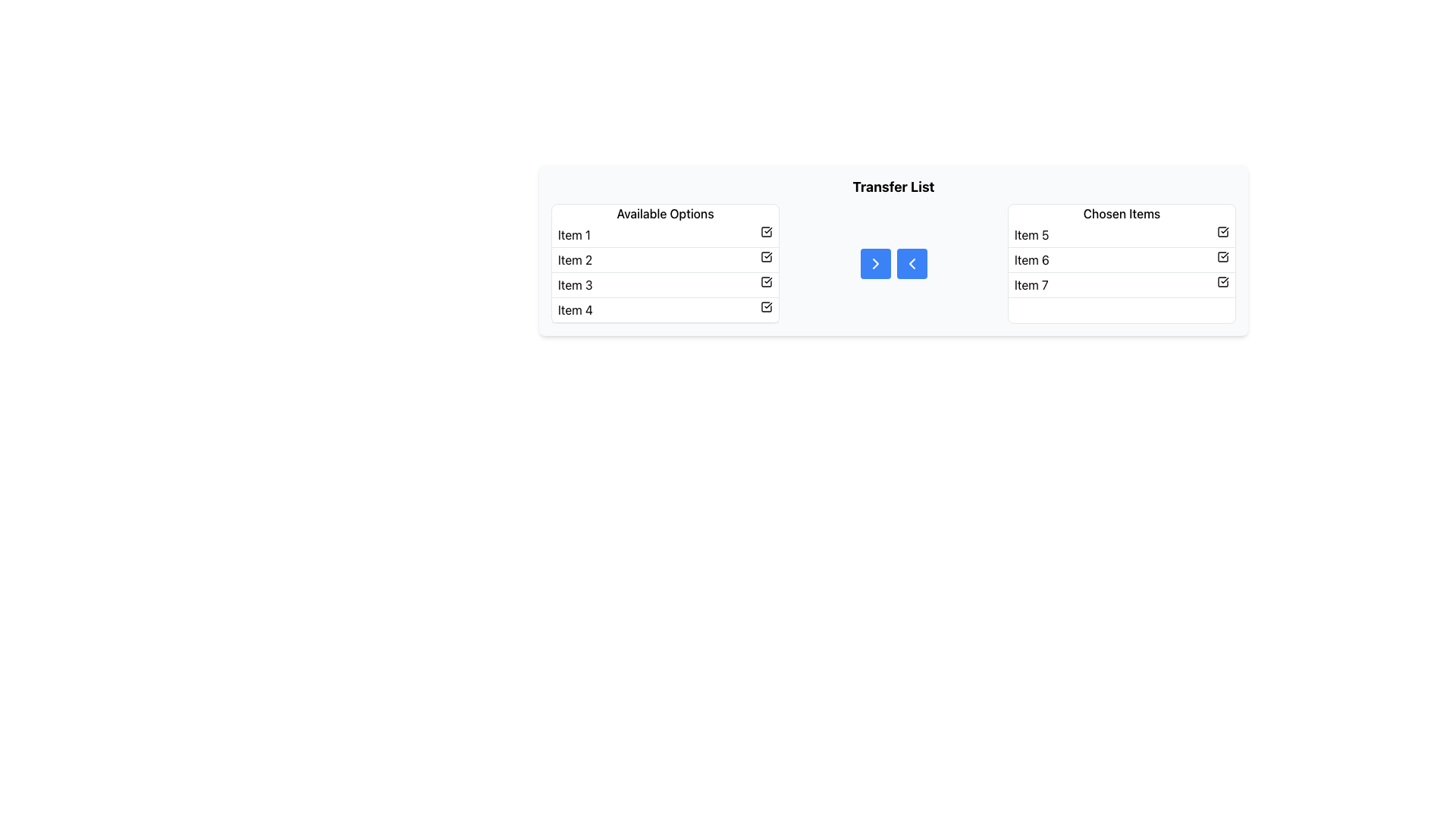 The image size is (1456, 819). I want to click on the third row labeled 'Item 3' in the 'Available Options' list, so click(665, 285).